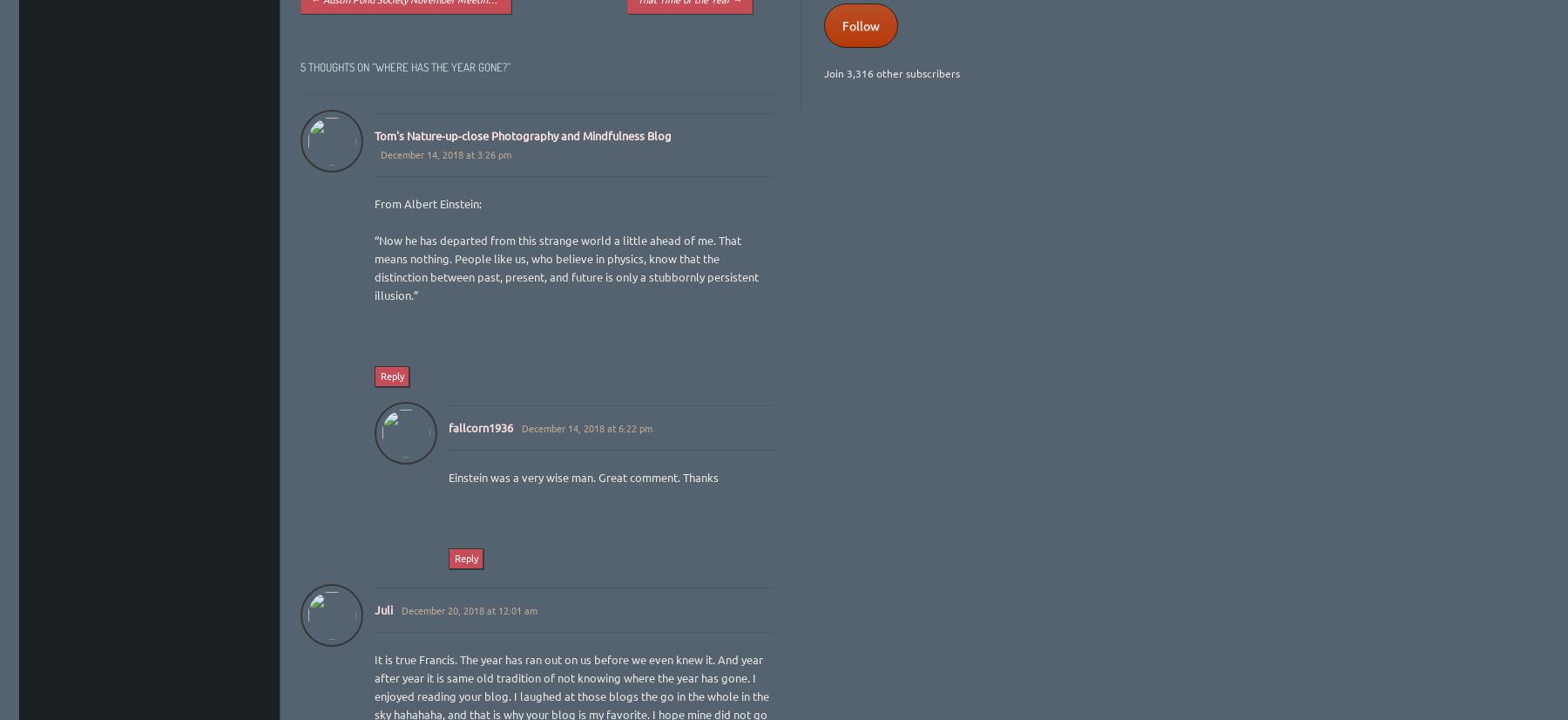 The image size is (1568, 720). I want to click on 'December 14, 2018 at 6:22 pm', so click(586, 426).